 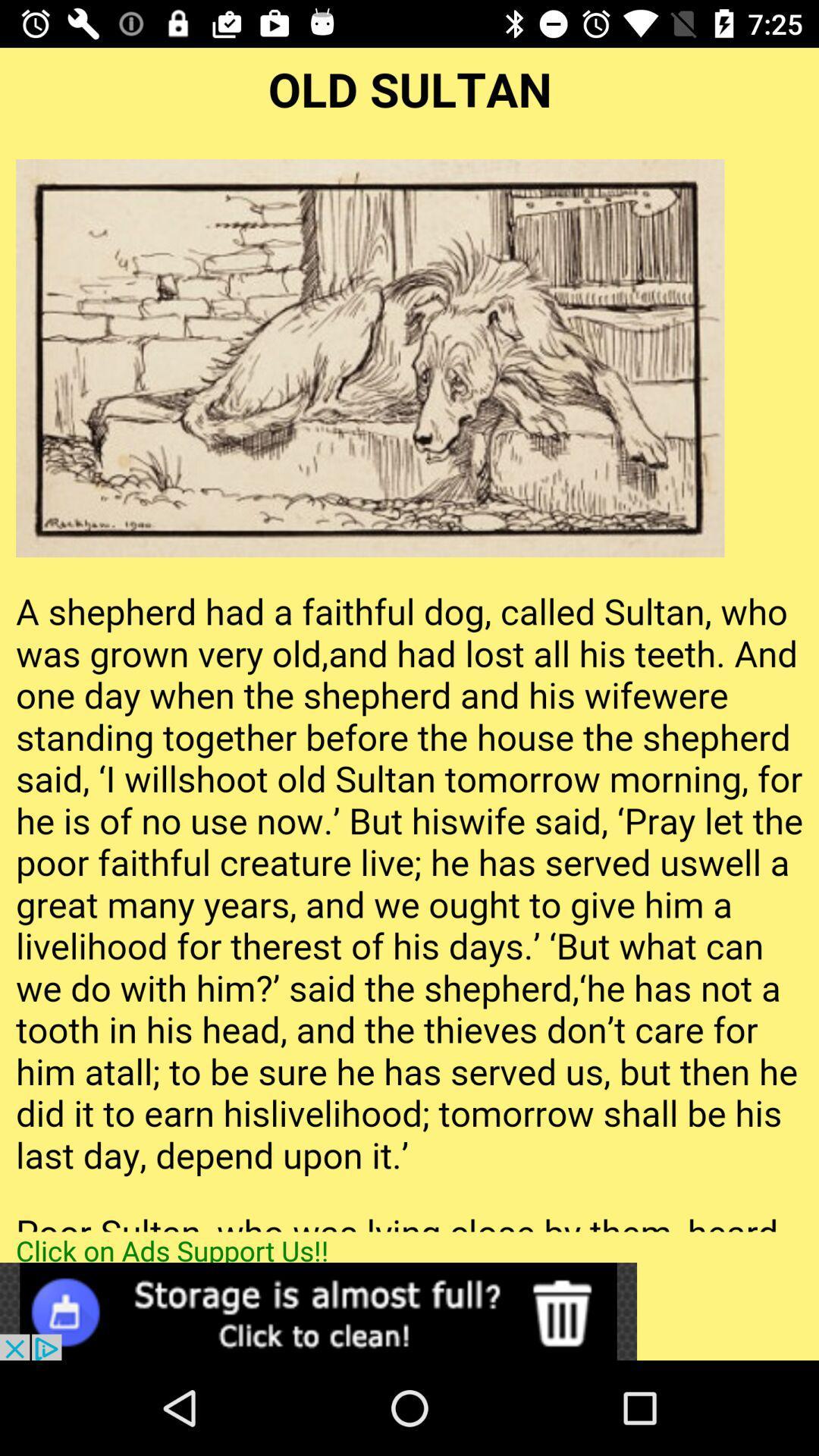 What do you see at coordinates (409, 639) in the screenshot?
I see `all` at bounding box center [409, 639].